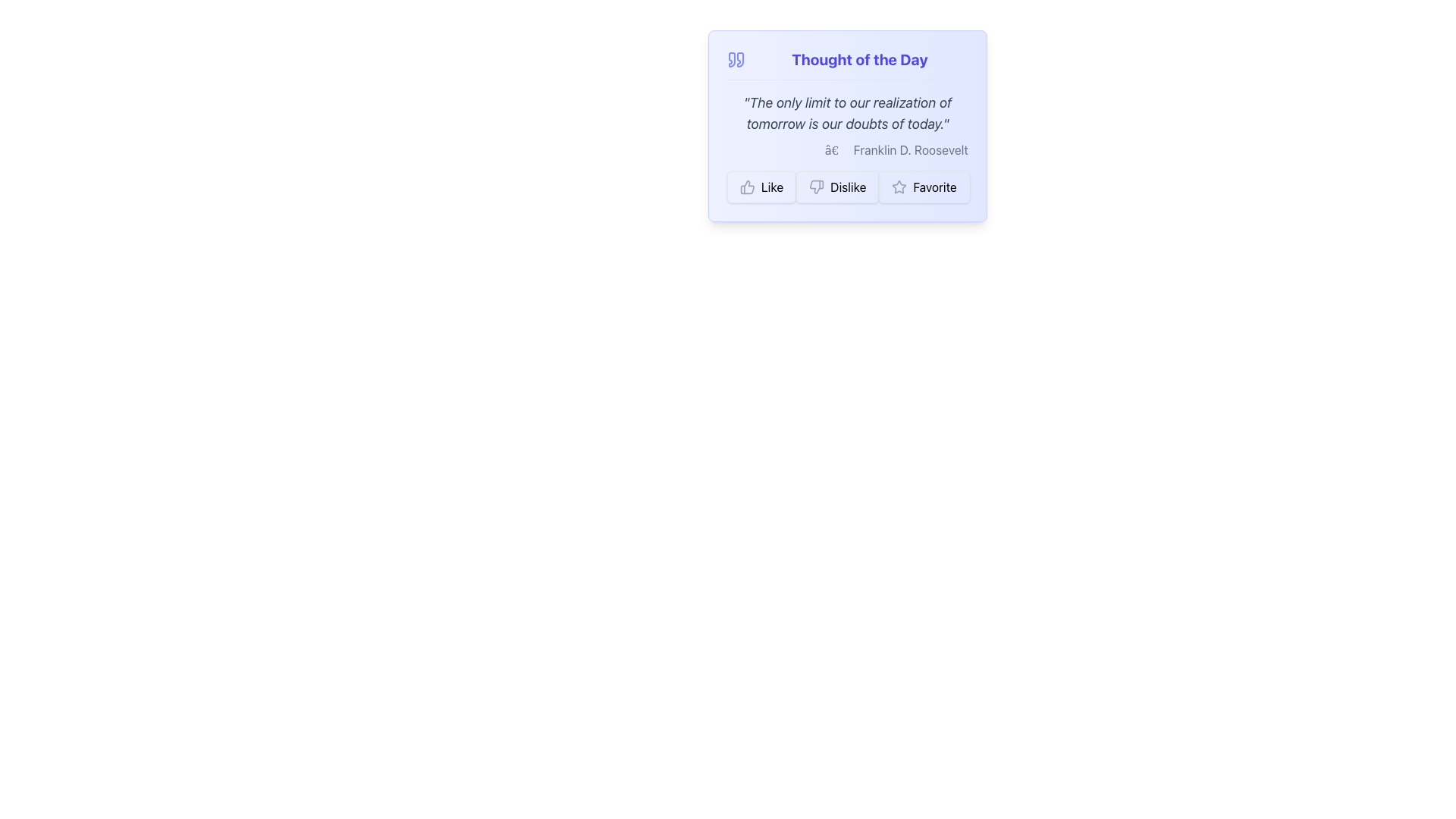 The height and width of the screenshot is (819, 1456). What do you see at coordinates (732, 58) in the screenshot?
I see `the left portion of the dual quotation mark icon, shaped like a stylized letter '6', located beside the 'Thought of the Day' heading` at bounding box center [732, 58].